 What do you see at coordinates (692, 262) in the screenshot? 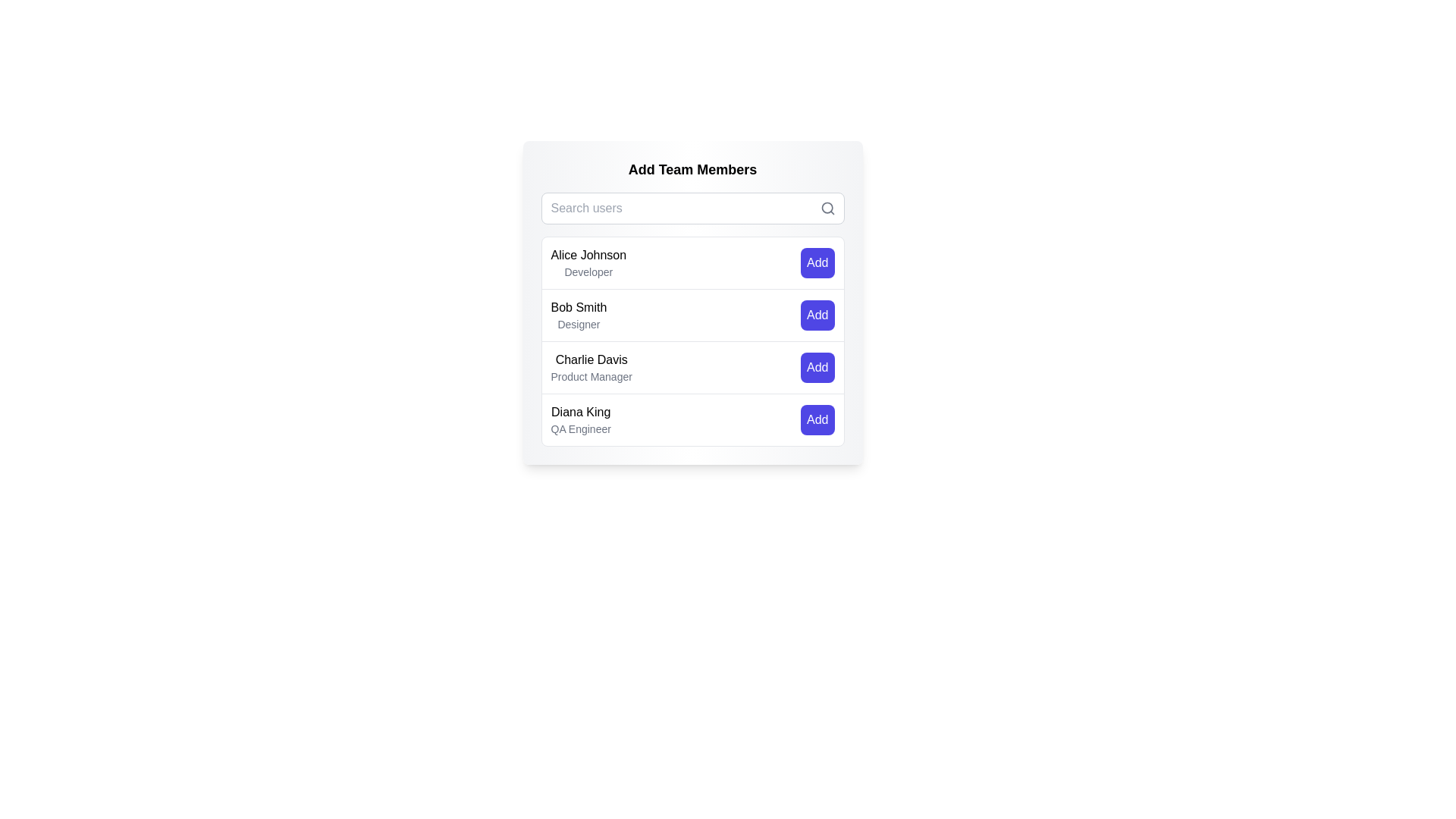
I see `information about the user 'Alice Johnson' from the first list item in the vertically stacked list located below the search bar` at bounding box center [692, 262].